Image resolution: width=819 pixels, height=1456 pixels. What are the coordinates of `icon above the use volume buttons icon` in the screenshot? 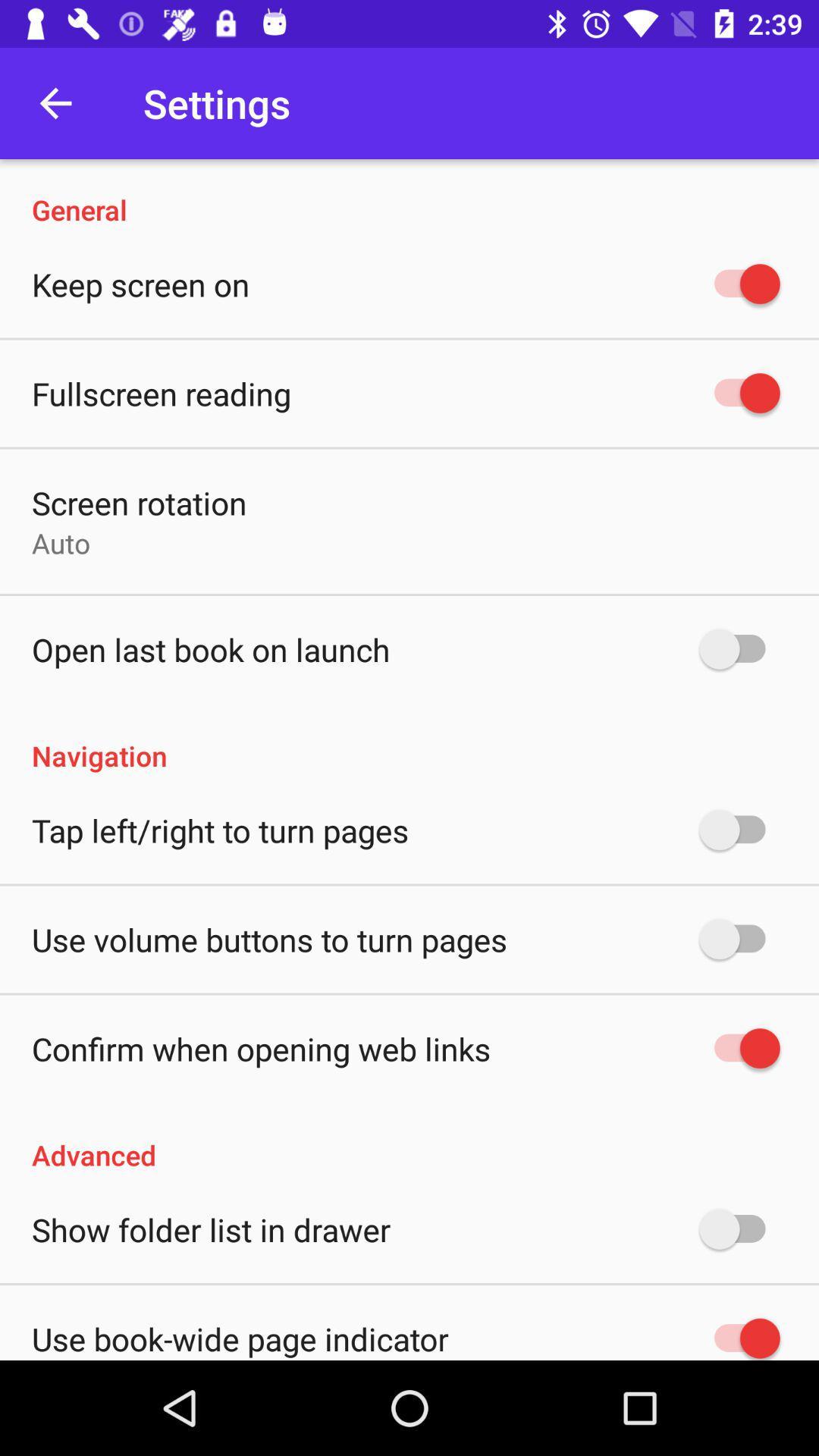 It's located at (220, 829).